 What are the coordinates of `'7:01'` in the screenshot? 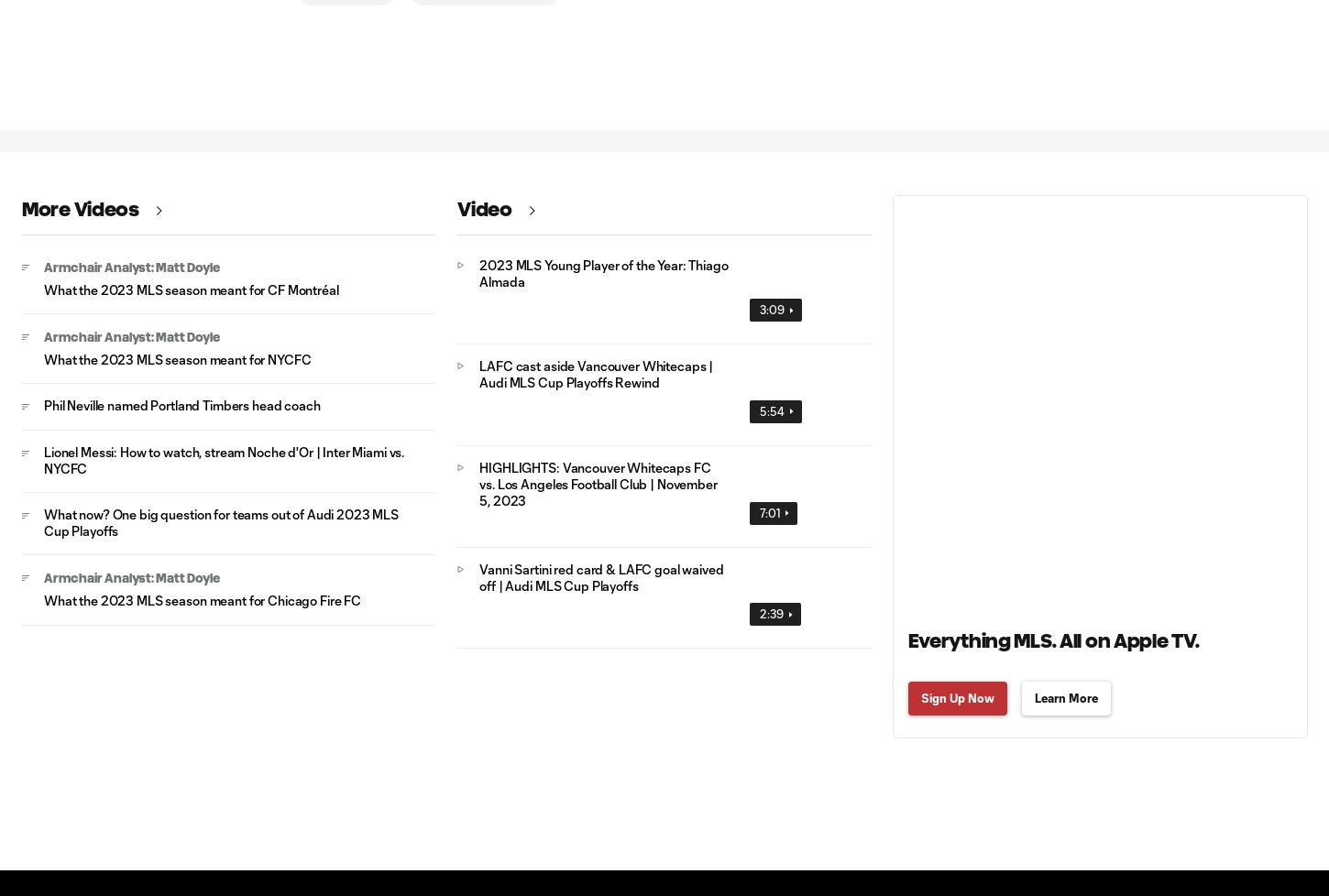 It's located at (758, 512).